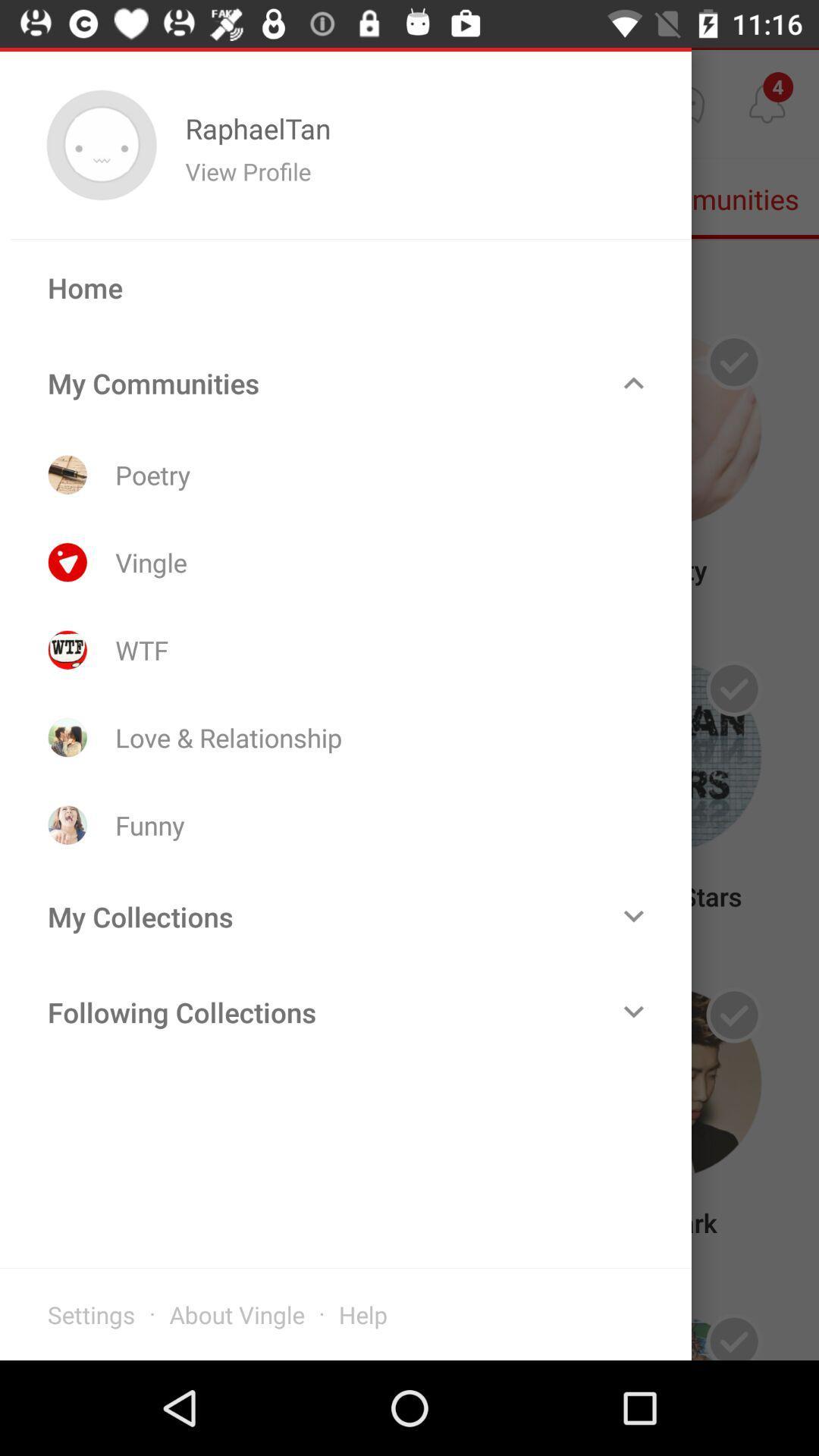 The image size is (819, 1456). What do you see at coordinates (767, 102) in the screenshot?
I see `the notifications icon` at bounding box center [767, 102].